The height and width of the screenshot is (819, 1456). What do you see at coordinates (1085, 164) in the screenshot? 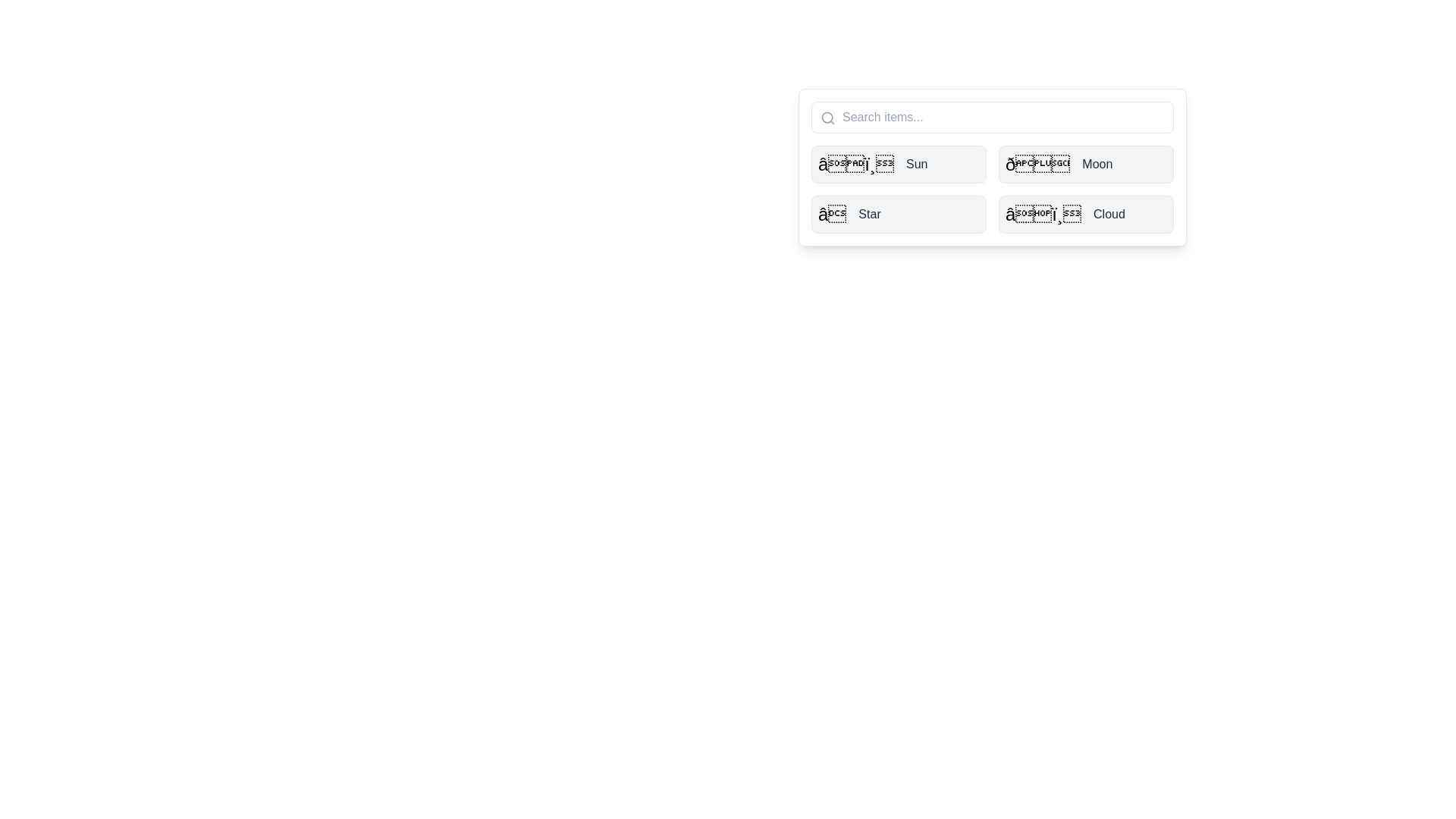
I see `the button-like grid item labeled 'Moon' with a moon emoji` at bounding box center [1085, 164].